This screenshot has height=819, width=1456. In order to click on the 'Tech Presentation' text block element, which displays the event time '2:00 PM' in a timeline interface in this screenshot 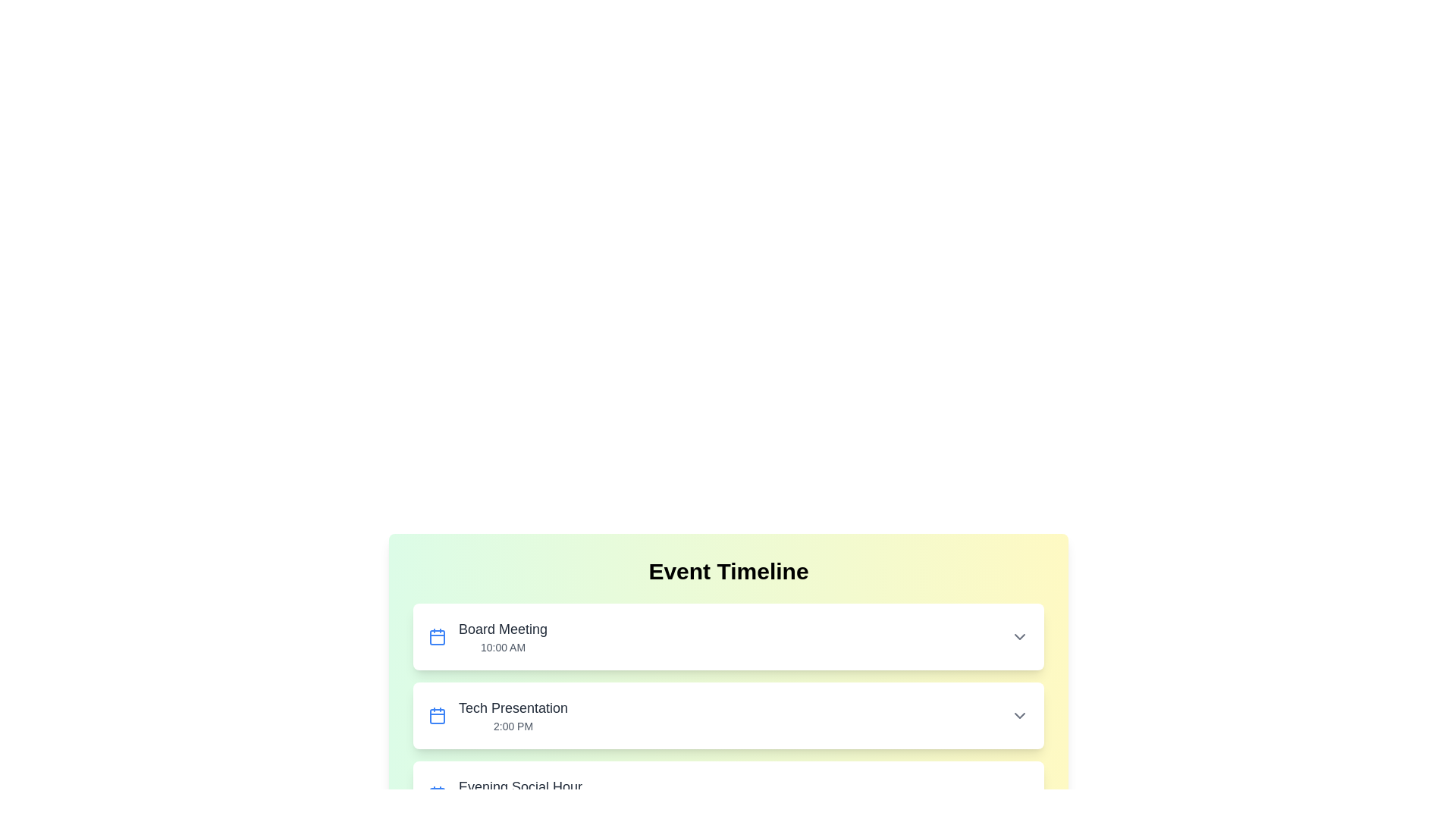, I will do `click(513, 716)`.